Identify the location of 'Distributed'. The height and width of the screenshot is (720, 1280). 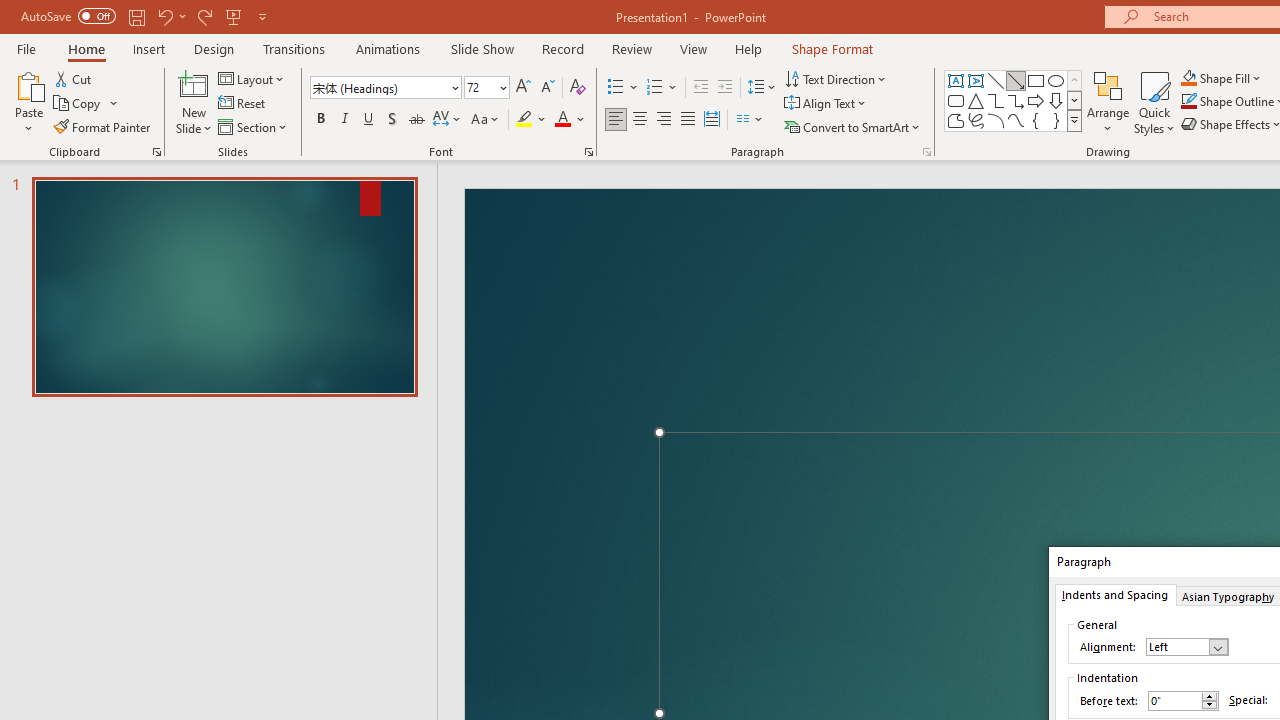
(712, 119).